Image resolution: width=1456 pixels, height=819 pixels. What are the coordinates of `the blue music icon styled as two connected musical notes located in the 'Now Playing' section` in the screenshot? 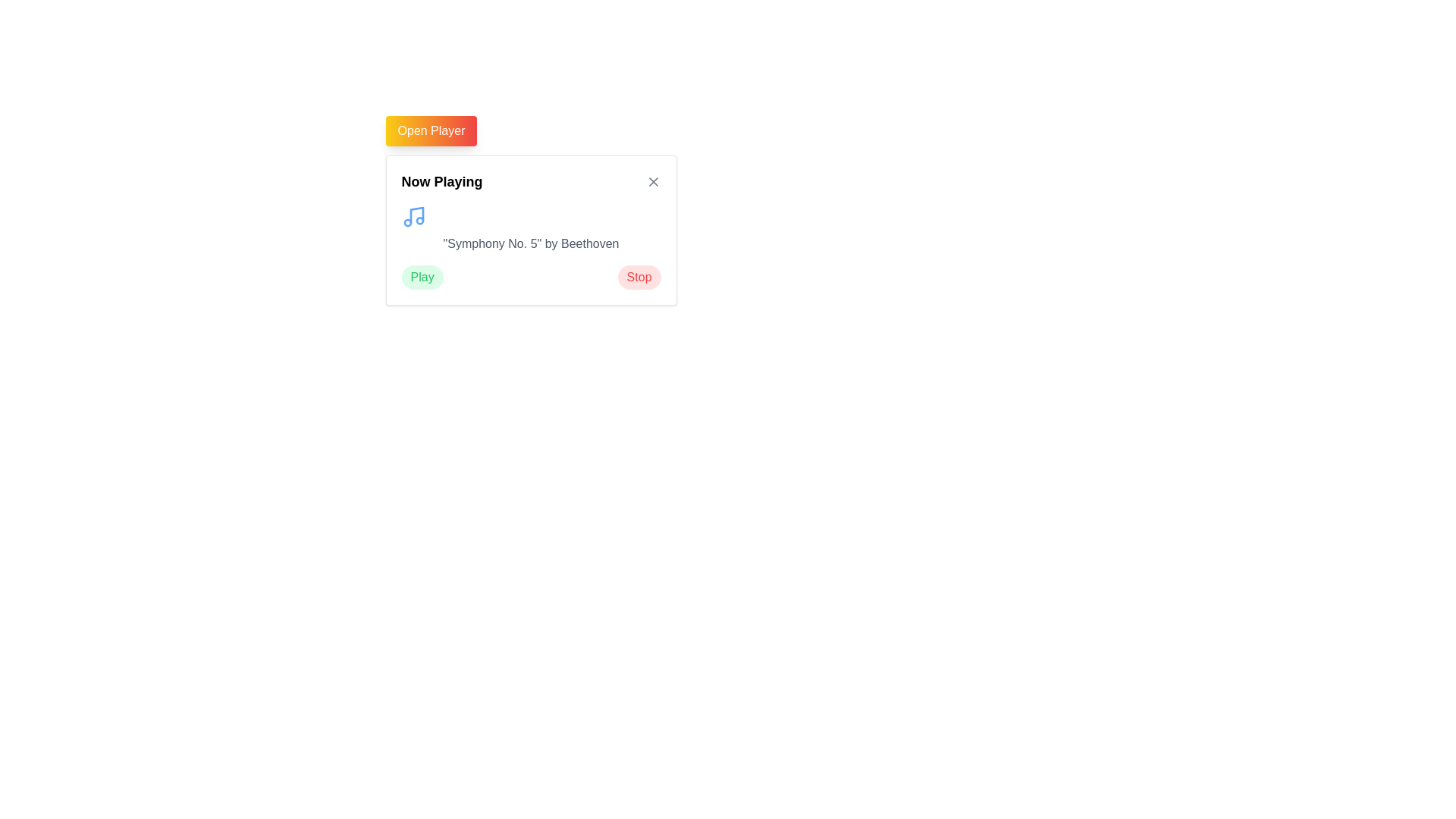 It's located at (413, 216).